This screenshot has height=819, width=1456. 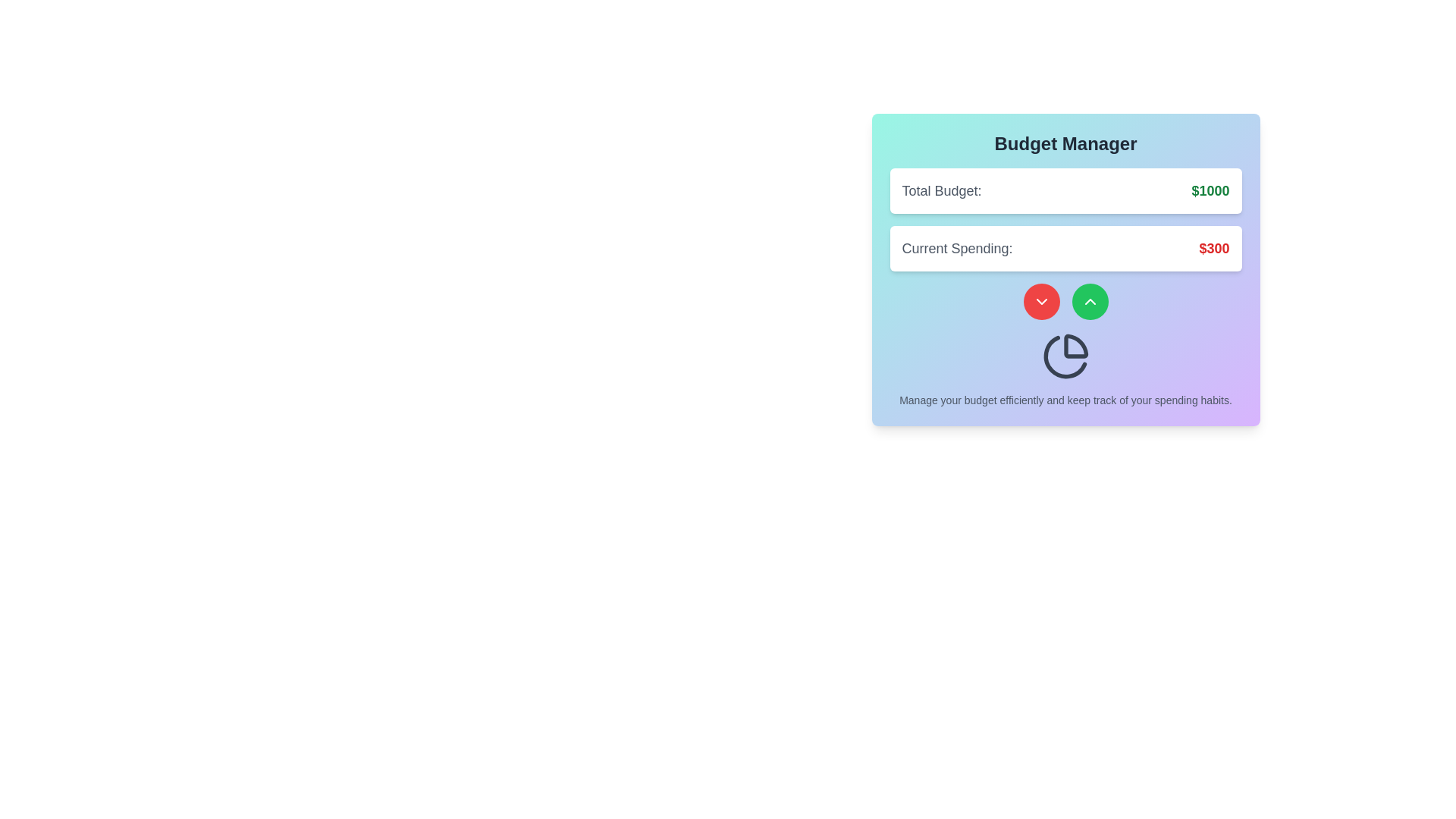 I want to click on the Information display card that shows the current spending amount, located under the 'Total Budget' card in the 'Budget Manager' component, so click(x=1065, y=247).